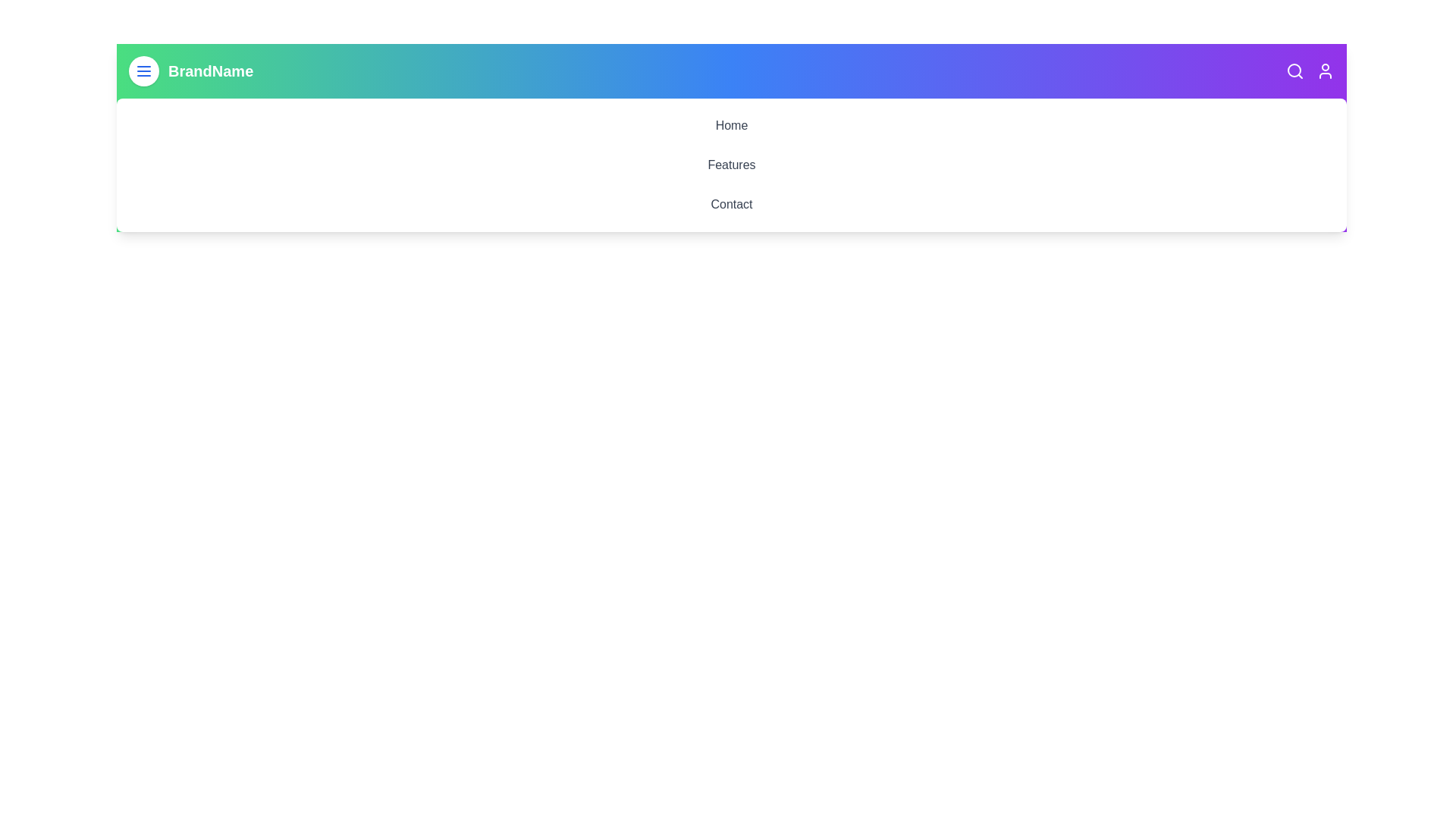 This screenshot has width=1456, height=819. I want to click on the menu toggle button to toggle the menu visibility, so click(144, 71).